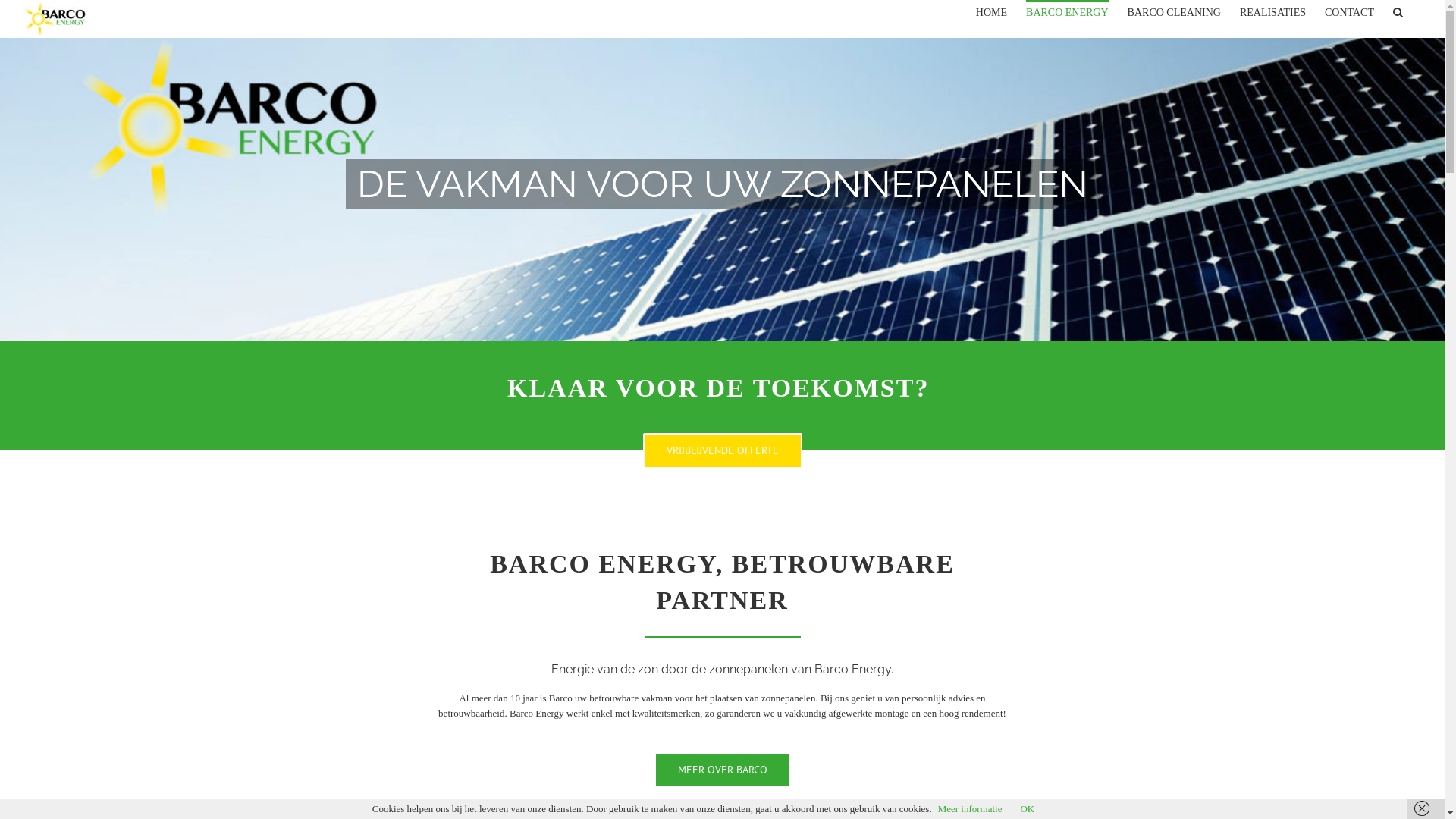  I want to click on 'VRIJBLIJVENDE OFFERTE', so click(722, 450).